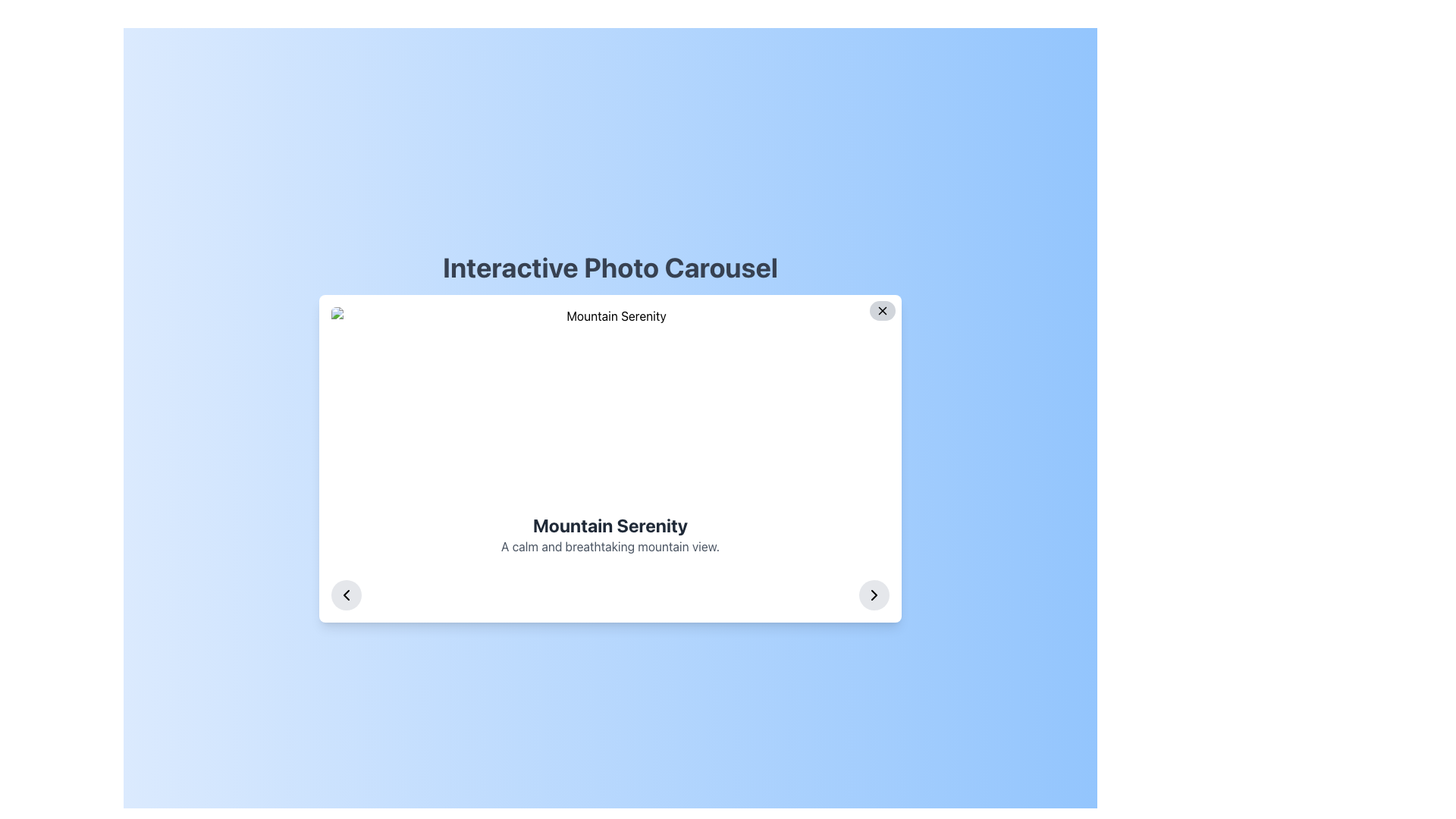 The width and height of the screenshot is (1456, 819). What do you see at coordinates (610, 547) in the screenshot?
I see `the text element that appears below the bold title 'Mountain Serenity', styled in a smaller font size on a white background` at bounding box center [610, 547].